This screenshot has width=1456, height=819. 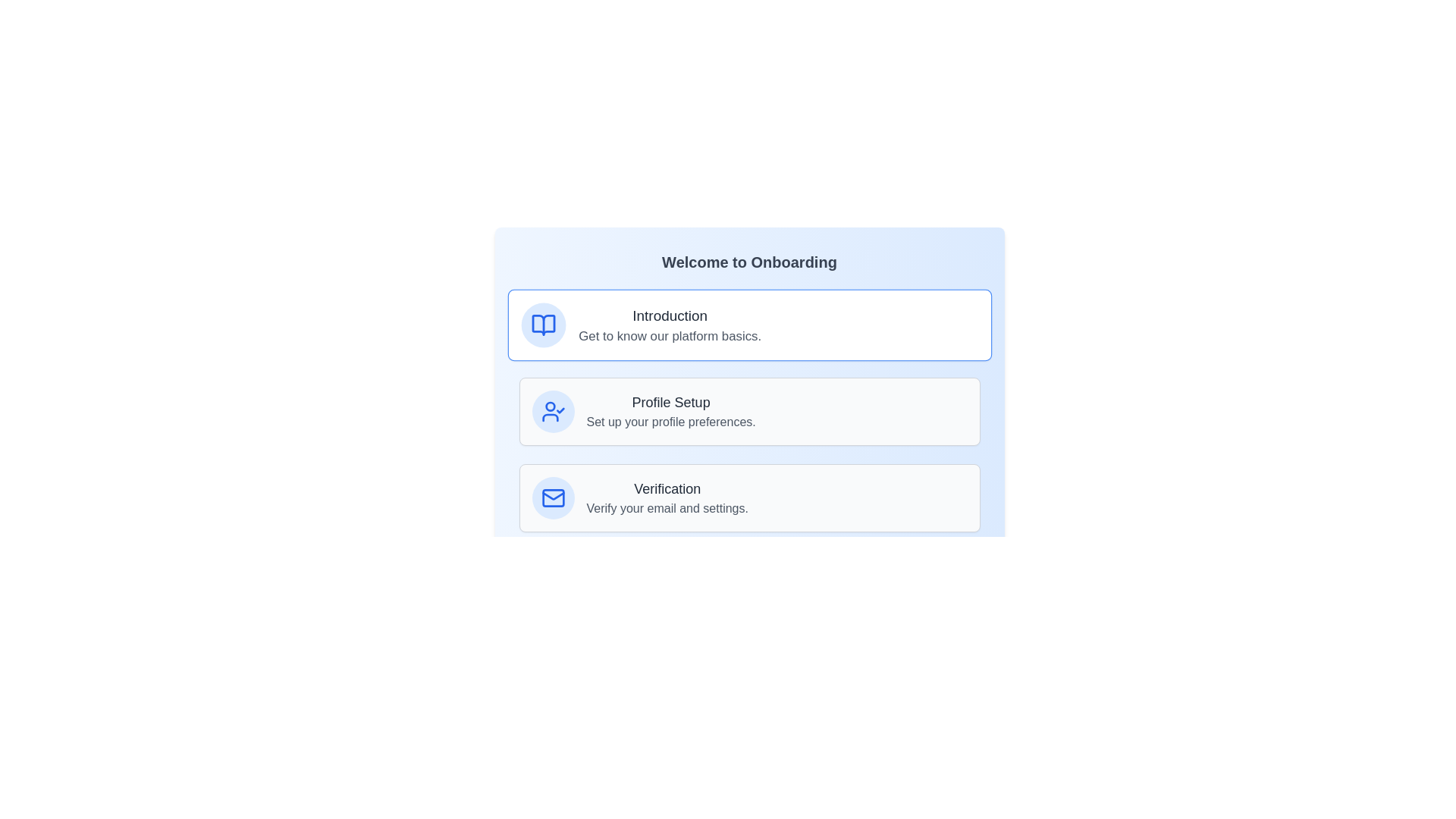 I want to click on the second item in the onboarding list titled 'Profile Setup', which is an informational card with a user figure icon and a checkmark, located under the heading 'Welcome to Onboarding', so click(x=749, y=412).